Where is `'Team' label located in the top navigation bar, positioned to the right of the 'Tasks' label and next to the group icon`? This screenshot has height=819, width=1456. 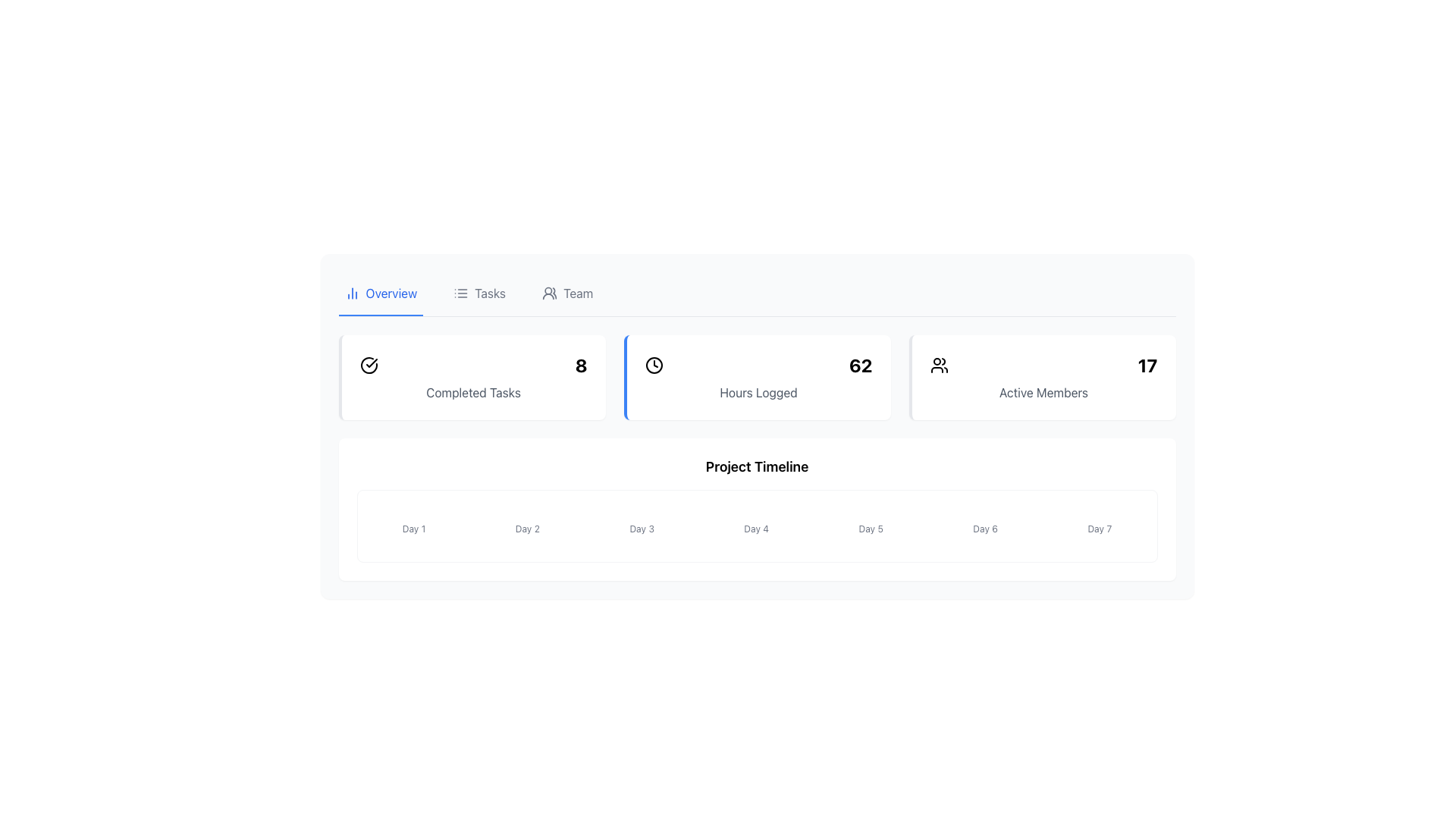
'Team' label located in the top navigation bar, positioned to the right of the 'Tasks' label and next to the group icon is located at coordinates (577, 293).